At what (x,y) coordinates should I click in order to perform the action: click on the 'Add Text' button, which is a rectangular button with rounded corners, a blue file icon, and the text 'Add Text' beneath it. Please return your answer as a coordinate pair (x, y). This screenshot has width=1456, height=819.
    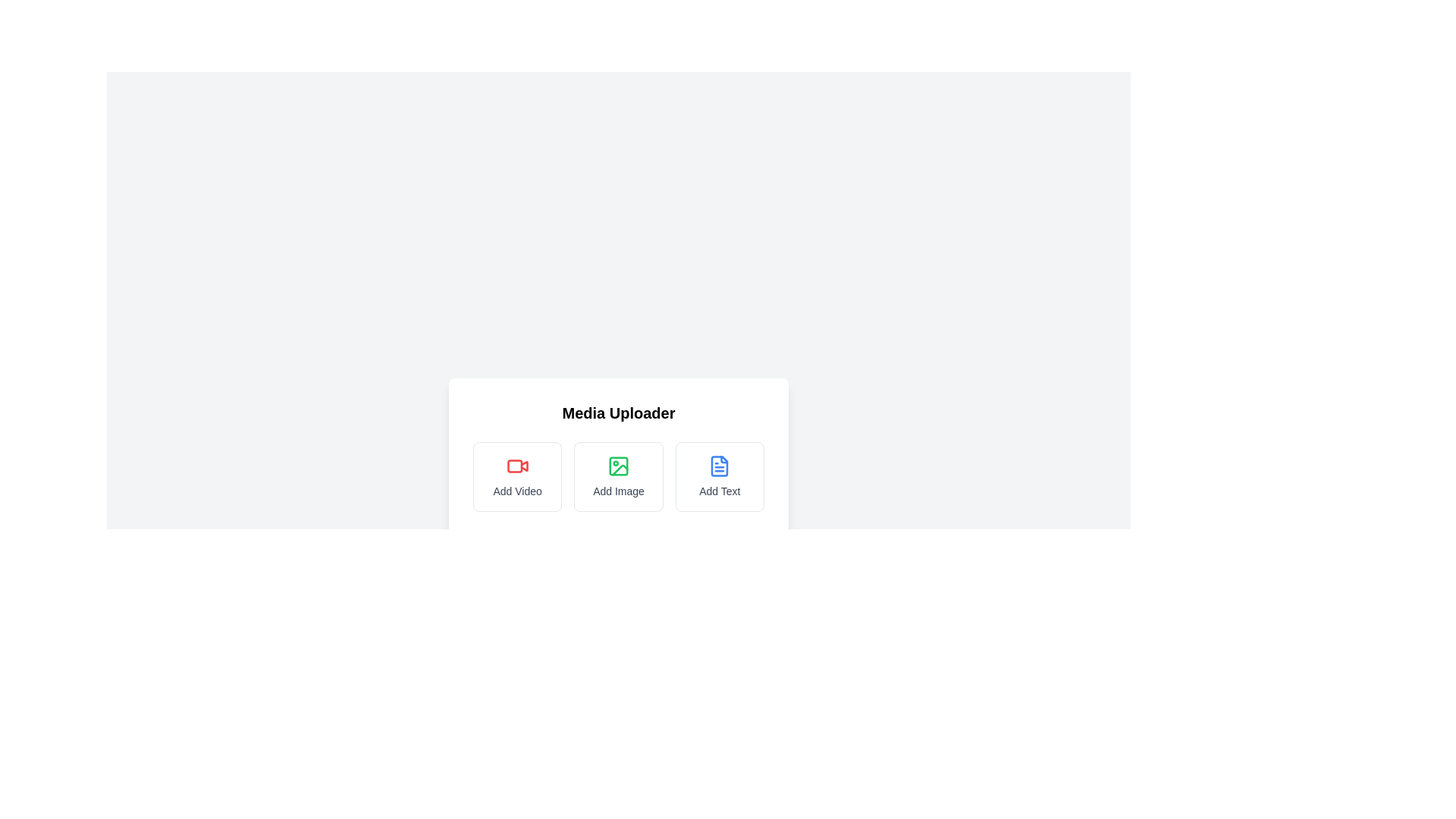
    Looking at the image, I should click on (719, 475).